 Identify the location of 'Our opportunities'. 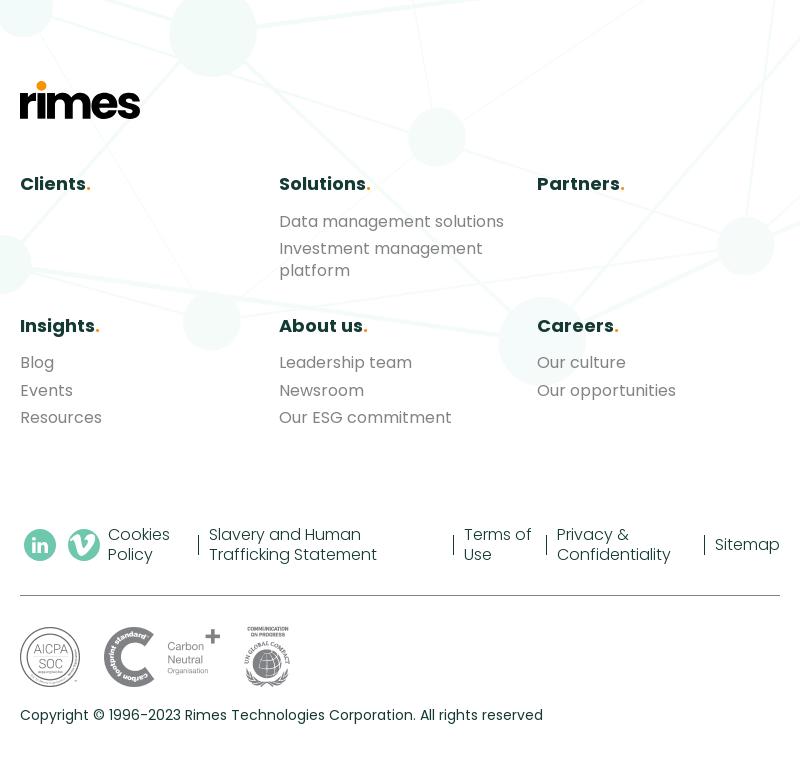
(537, 389).